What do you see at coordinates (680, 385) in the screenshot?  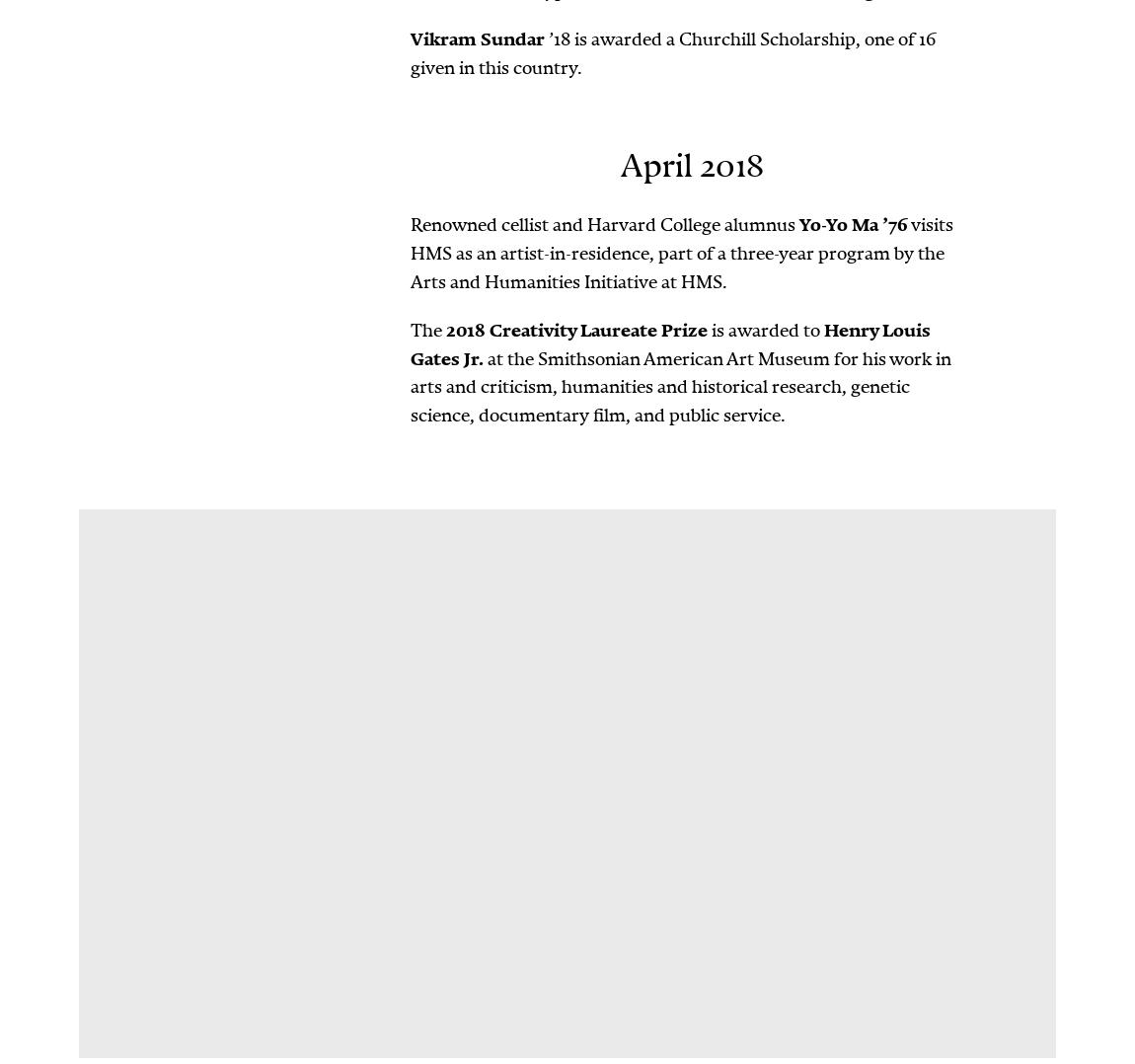 I see `'at the Smithsonian American Art Museum for his work in arts and criticism, humanities and historical research, genetic science, documentary film, and public service.'` at bounding box center [680, 385].